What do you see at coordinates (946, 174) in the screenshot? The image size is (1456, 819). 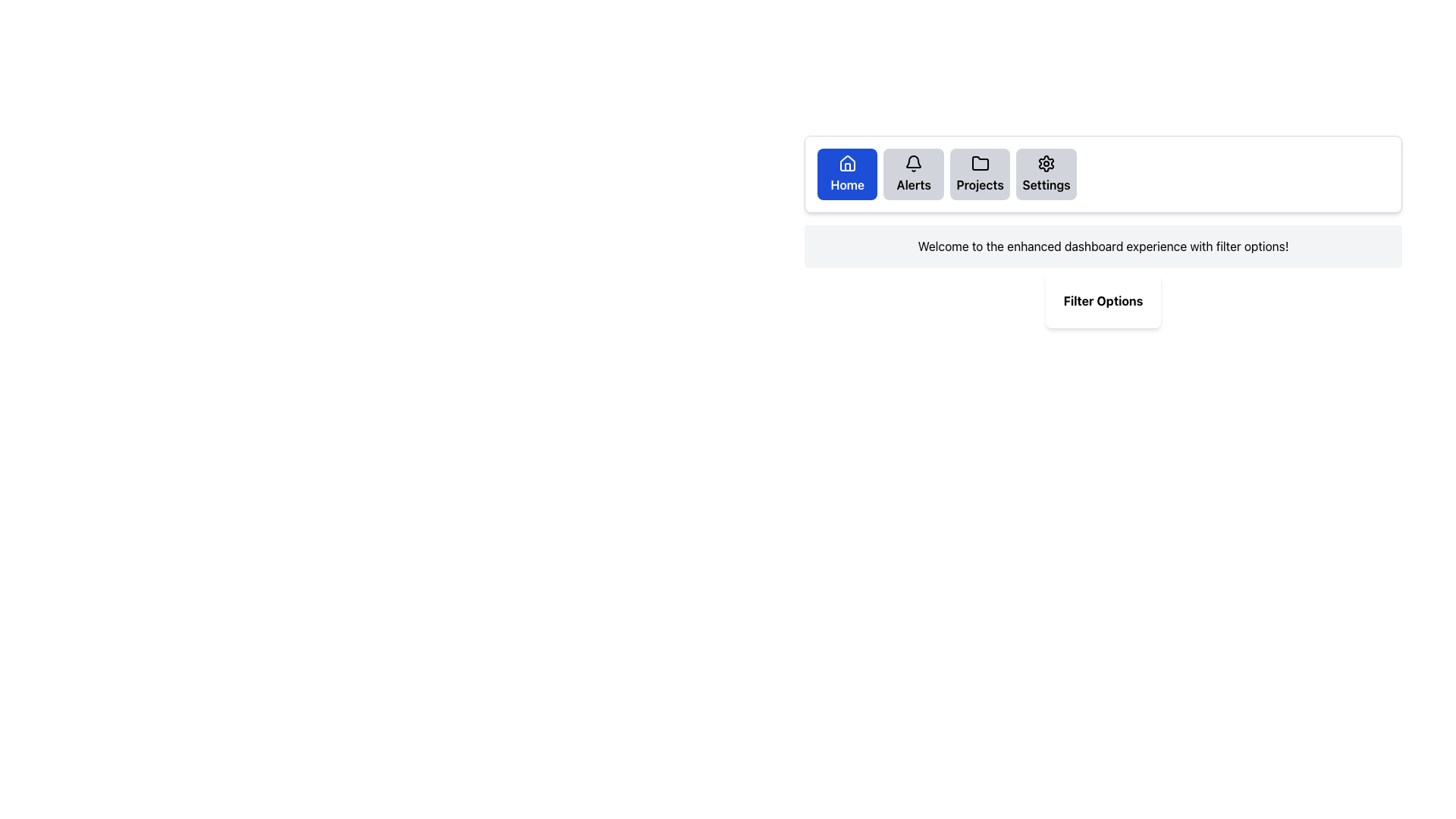 I see `the 'Projects' button in the Navigation Bar, which is a horizontal grid layout containing interactive buttons for 'Home', 'Alerts', 'Projects', and 'Settings'` at bounding box center [946, 174].